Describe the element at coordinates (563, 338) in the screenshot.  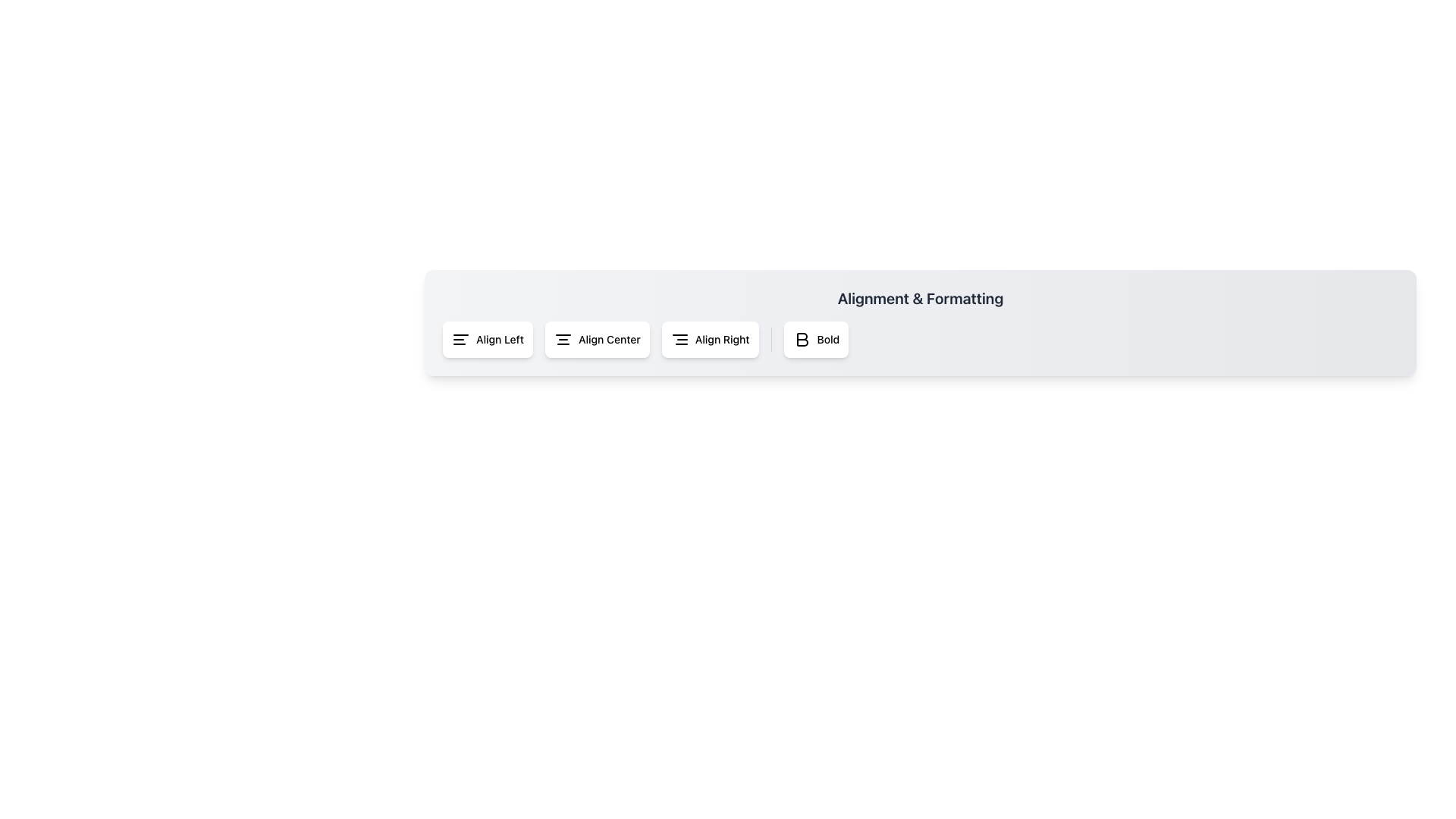
I see `the 'Align Center' SVG Icon located within the 'Align Center' button in the toolbar to center text or content` at that location.